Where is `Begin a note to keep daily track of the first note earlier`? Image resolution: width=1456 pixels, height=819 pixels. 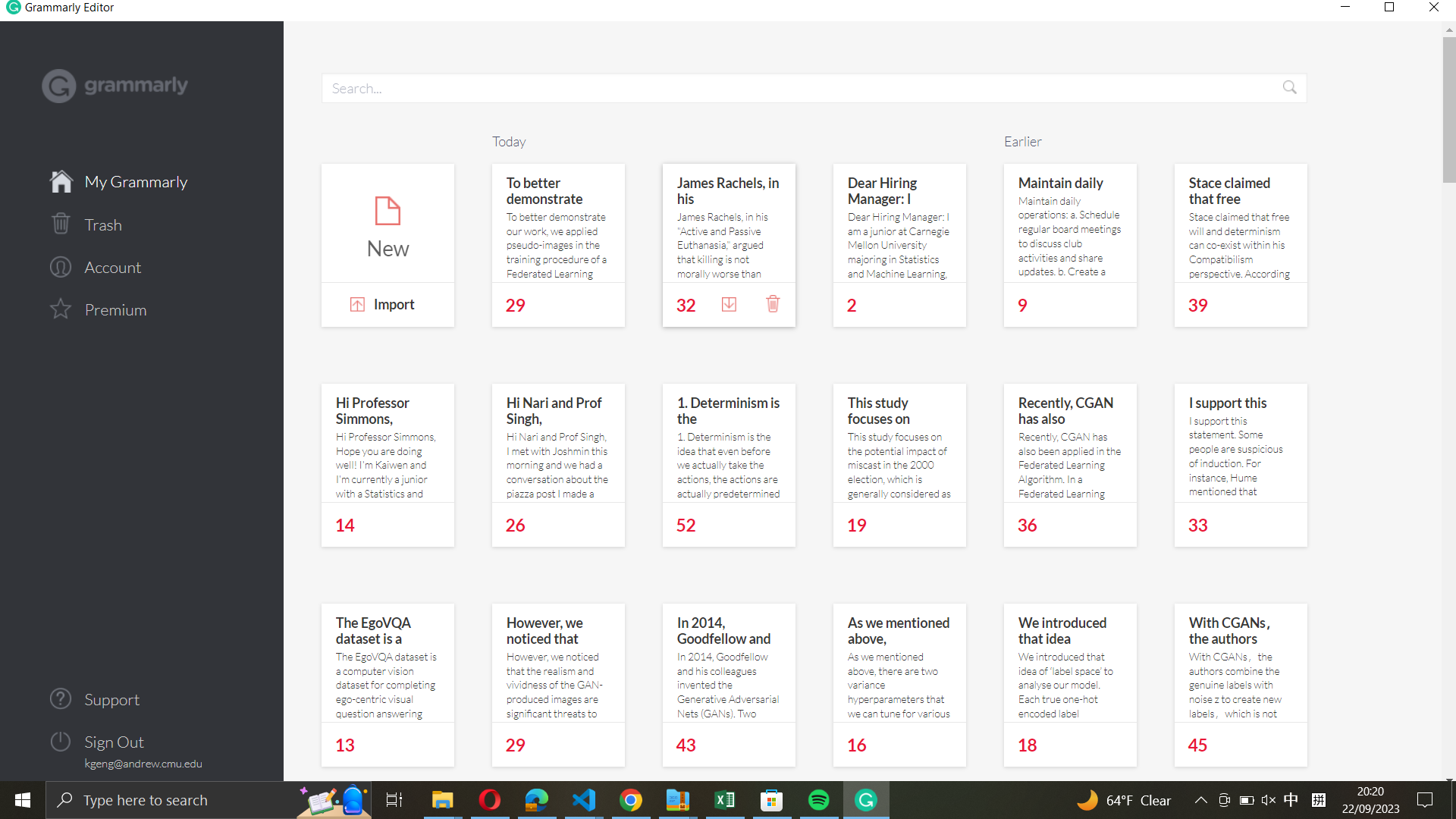
Begin a note to keep daily track of the first note earlier is located at coordinates (1070, 222).